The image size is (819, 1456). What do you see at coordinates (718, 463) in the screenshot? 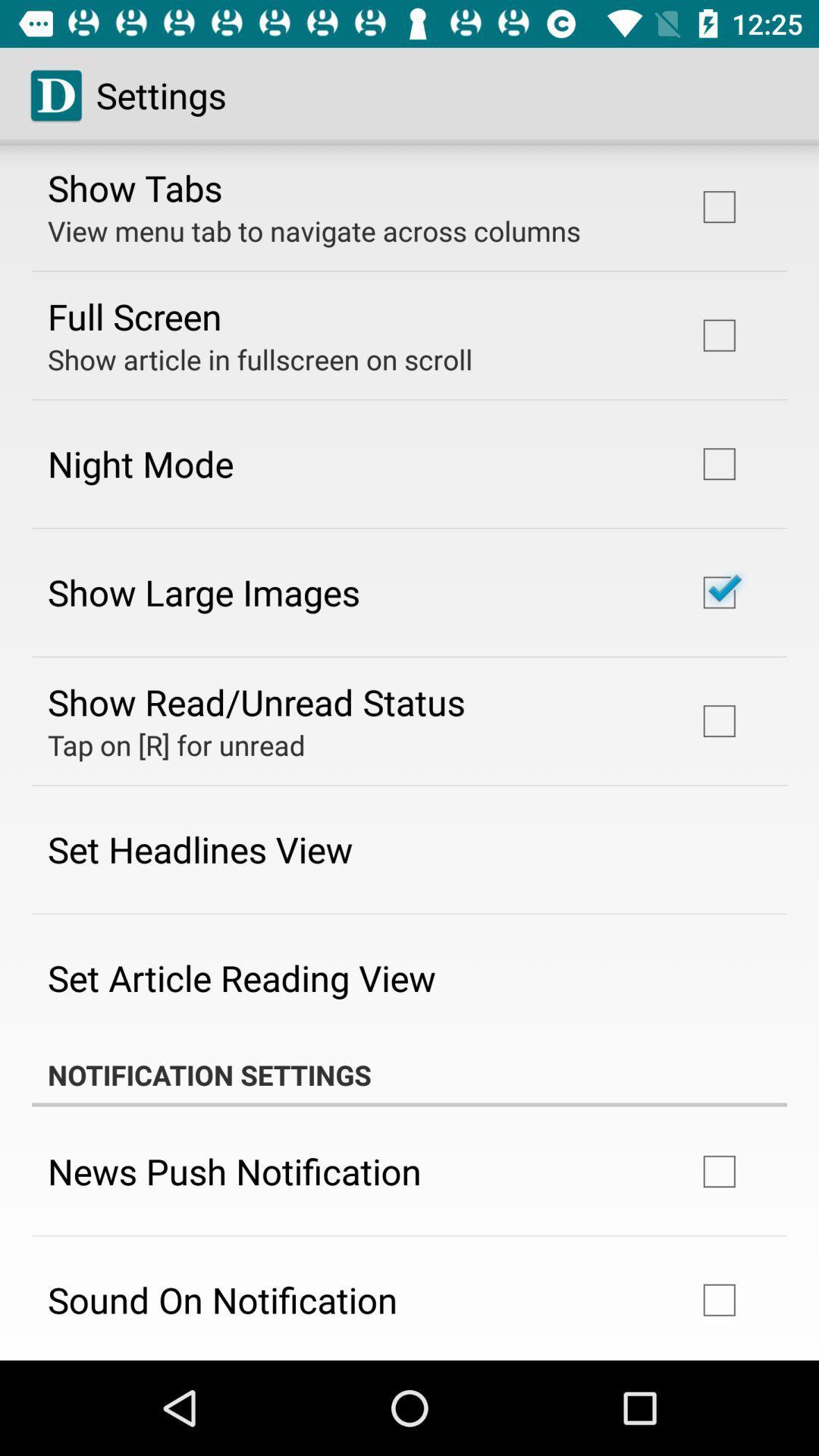
I see `the square box to the right of the text night mode` at bounding box center [718, 463].